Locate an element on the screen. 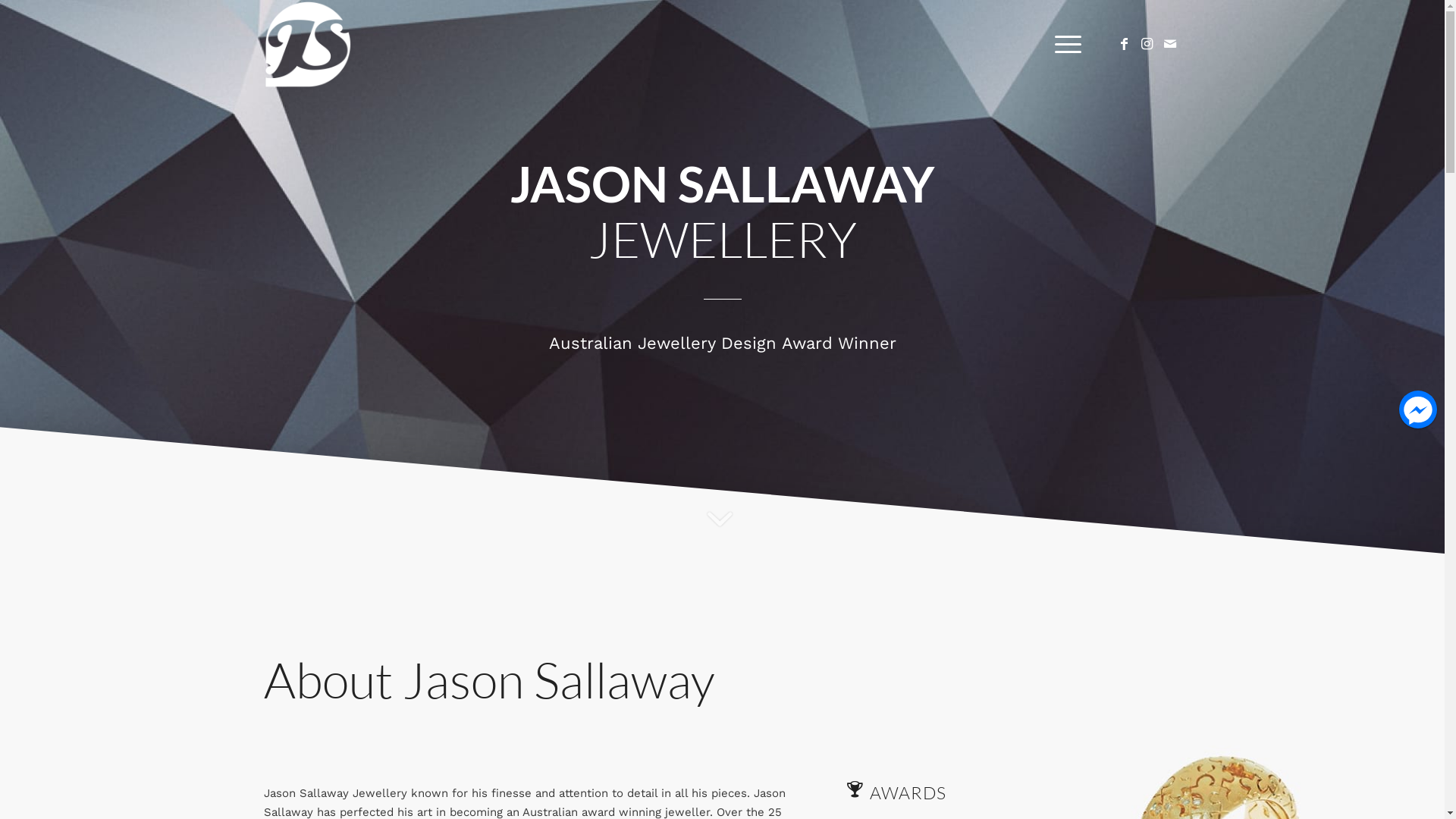 Image resolution: width=1456 pixels, height=819 pixels. 'Mail' is located at coordinates (1169, 42).